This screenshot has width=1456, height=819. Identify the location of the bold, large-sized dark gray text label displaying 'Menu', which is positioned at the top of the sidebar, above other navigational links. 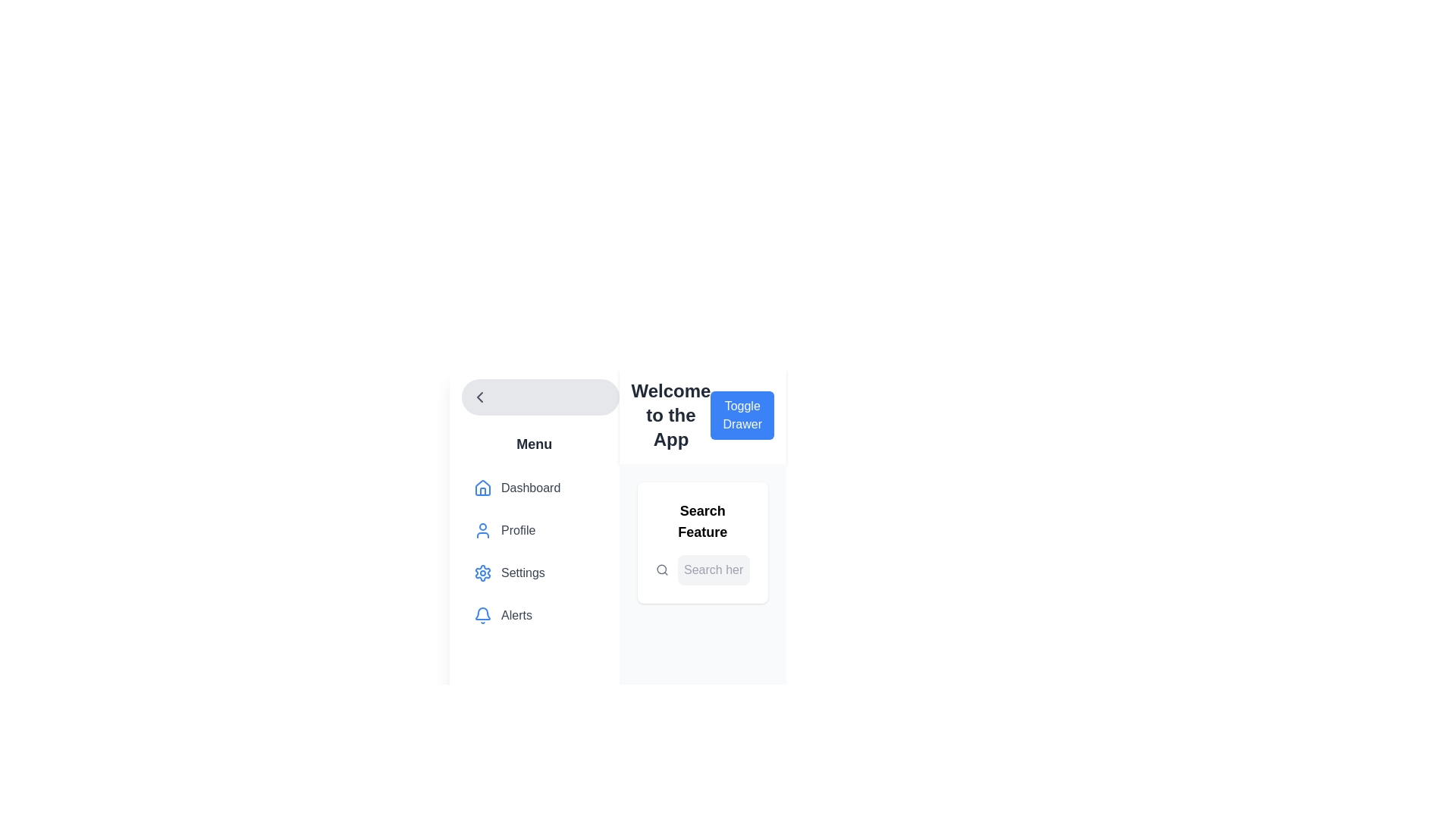
(534, 444).